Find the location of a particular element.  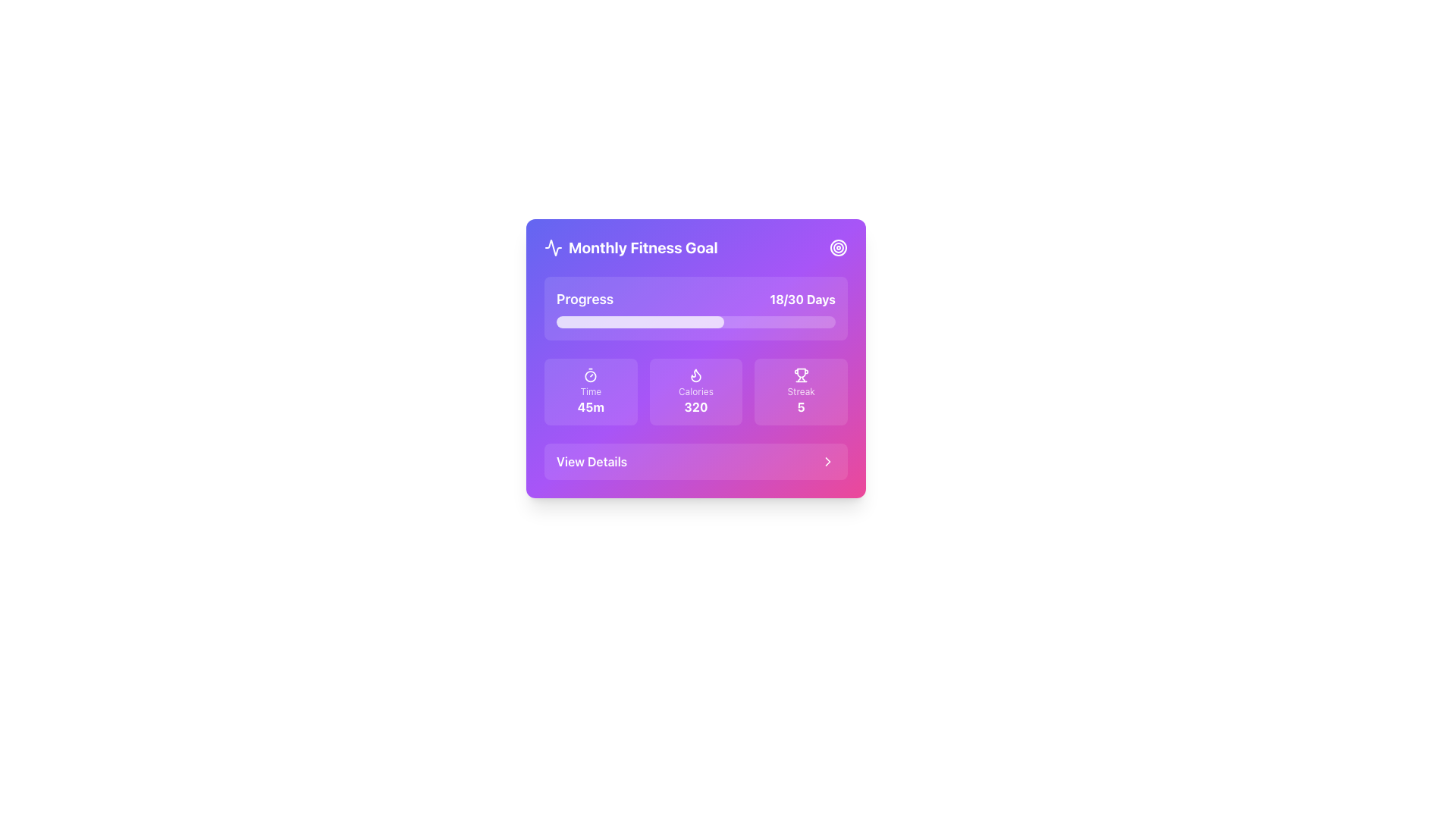

the SVG flame-like icon in the 'Monthly Fitness Goal' section, which is located above the 'Calories' label and between the 'Time' and 'Streak' icons is located at coordinates (695, 375).